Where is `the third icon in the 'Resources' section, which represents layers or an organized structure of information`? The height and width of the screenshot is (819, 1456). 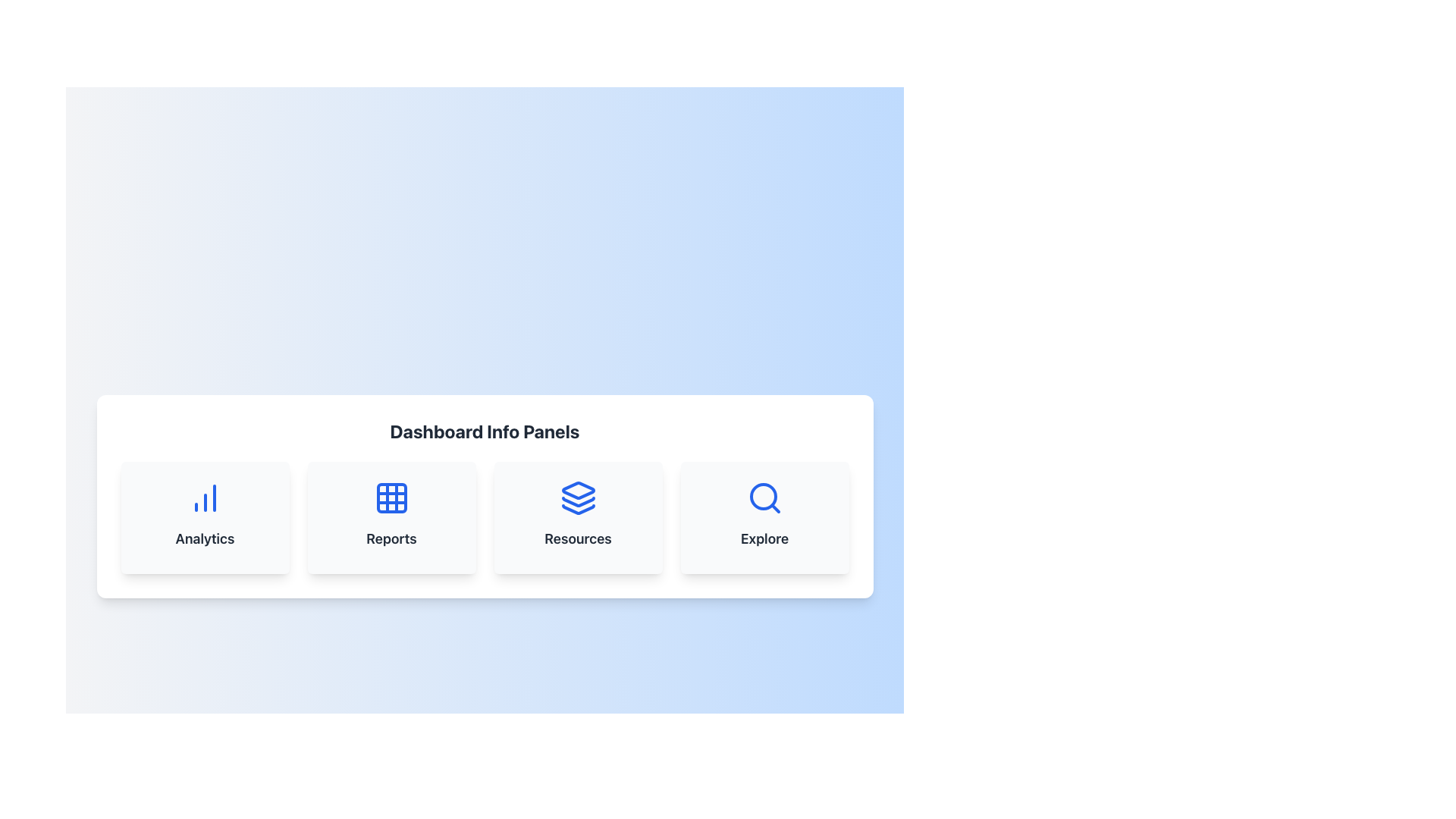
the third icon in the 'Resources' section, which represents layers or an organized structure of information is located at coordinates (577, 509).